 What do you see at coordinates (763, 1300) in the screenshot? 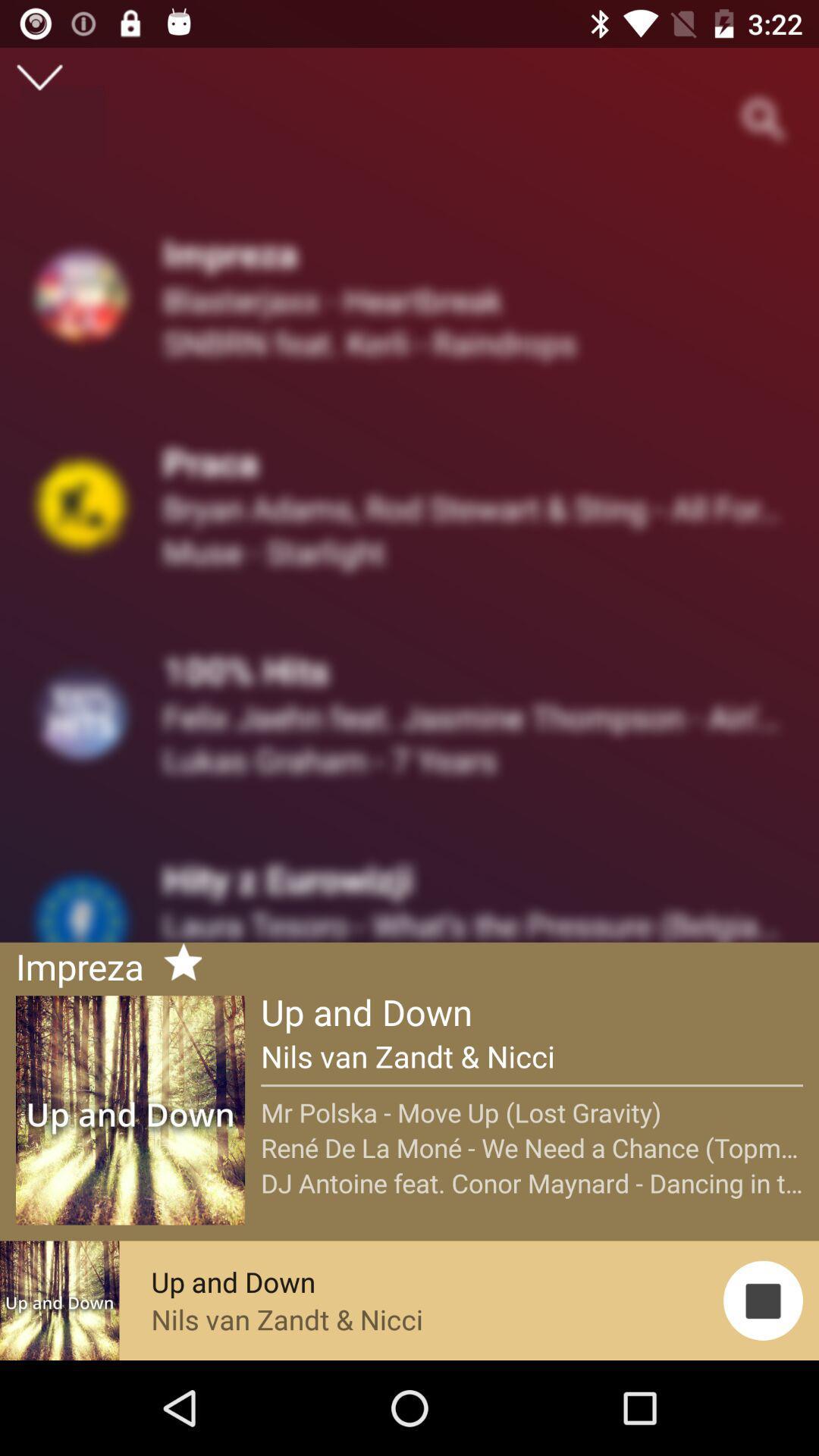
I see `the icon next to nils van zandt icon` at bounding box center [763, 1300].